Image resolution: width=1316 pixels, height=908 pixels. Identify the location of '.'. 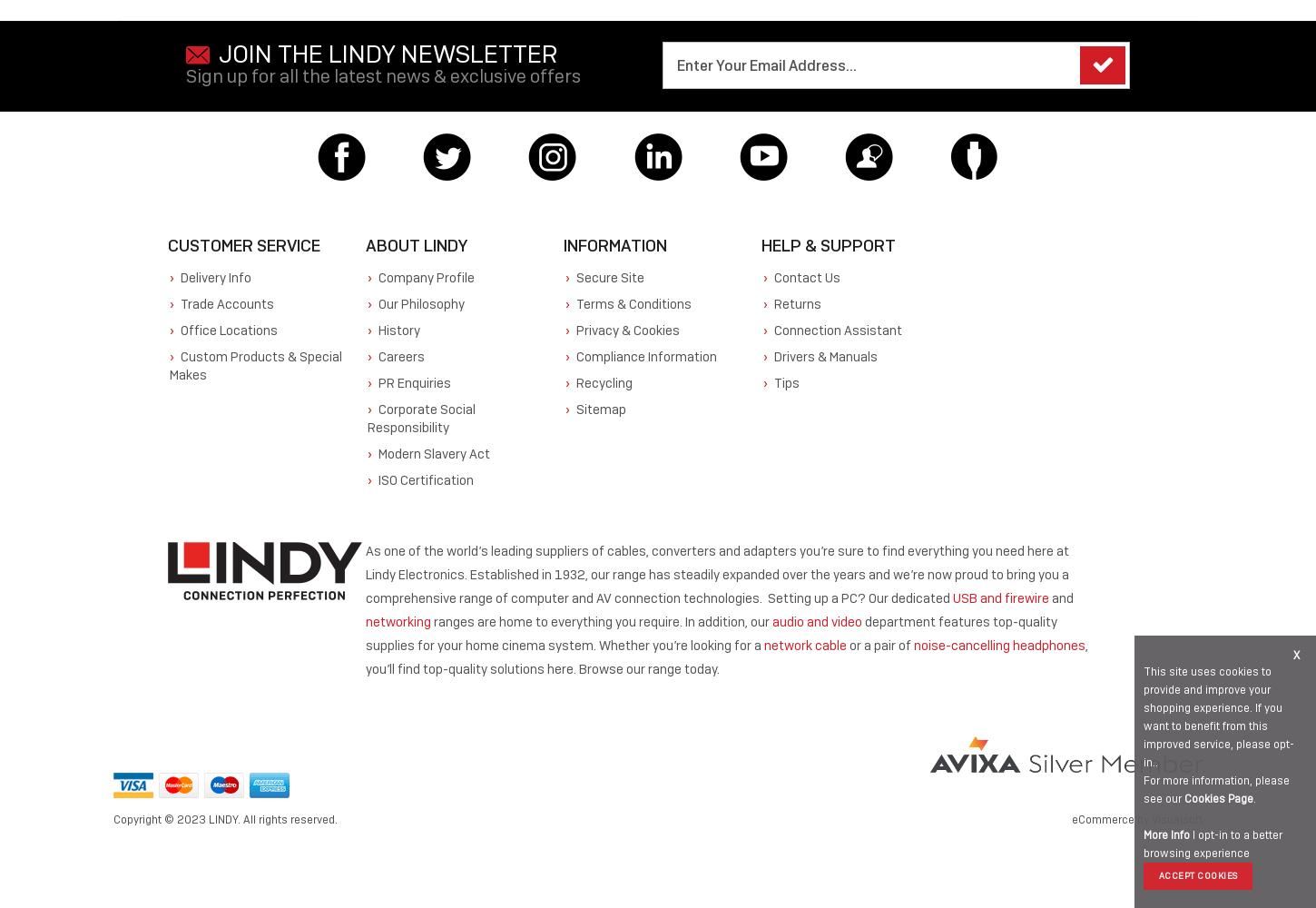
(1252, 799).